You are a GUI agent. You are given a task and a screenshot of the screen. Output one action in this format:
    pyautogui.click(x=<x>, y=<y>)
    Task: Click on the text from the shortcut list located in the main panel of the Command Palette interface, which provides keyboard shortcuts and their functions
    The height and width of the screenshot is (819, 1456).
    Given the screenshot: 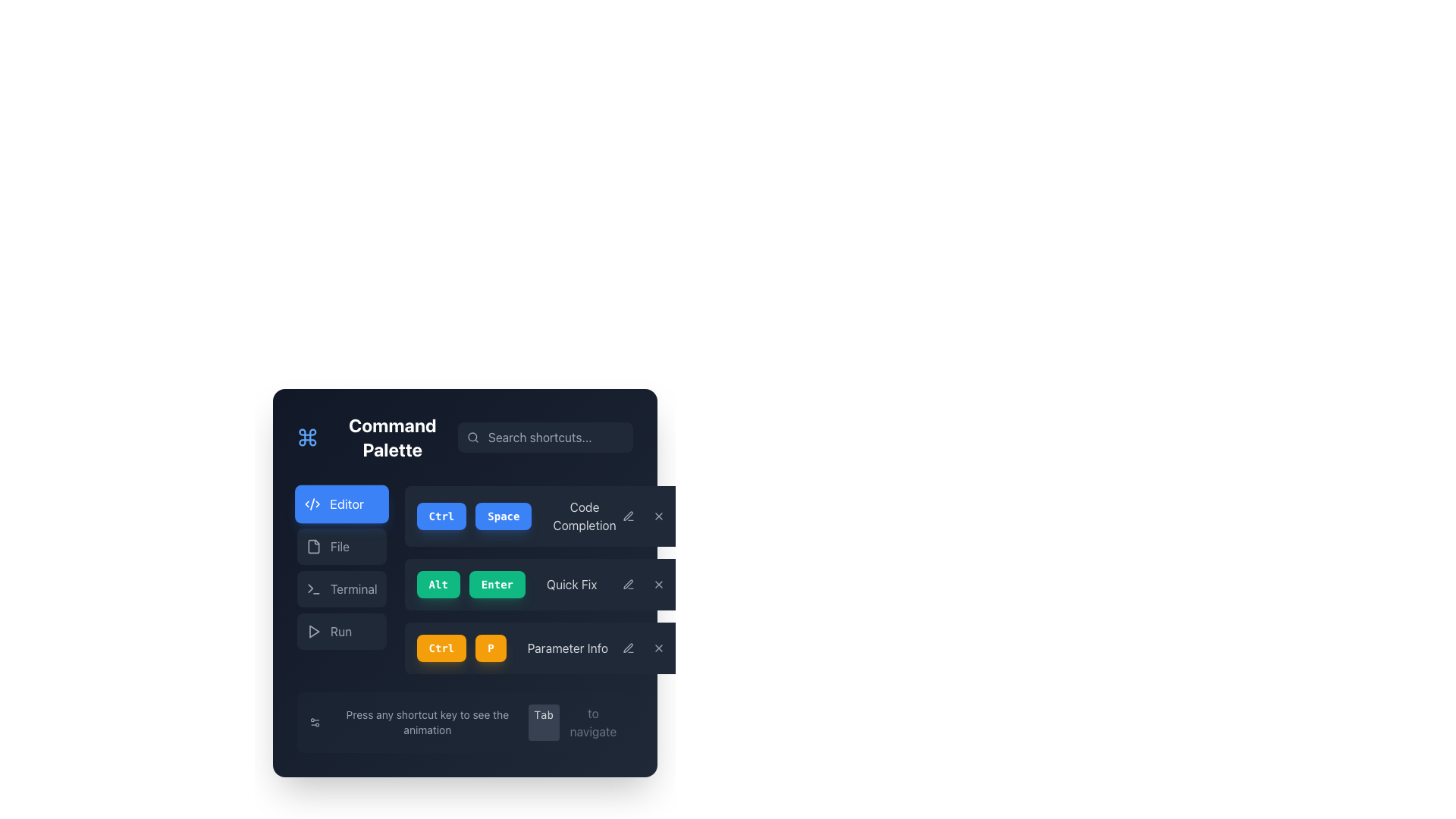 What is the action you would take?
    pyautogui.click(x=544, y=579)
    